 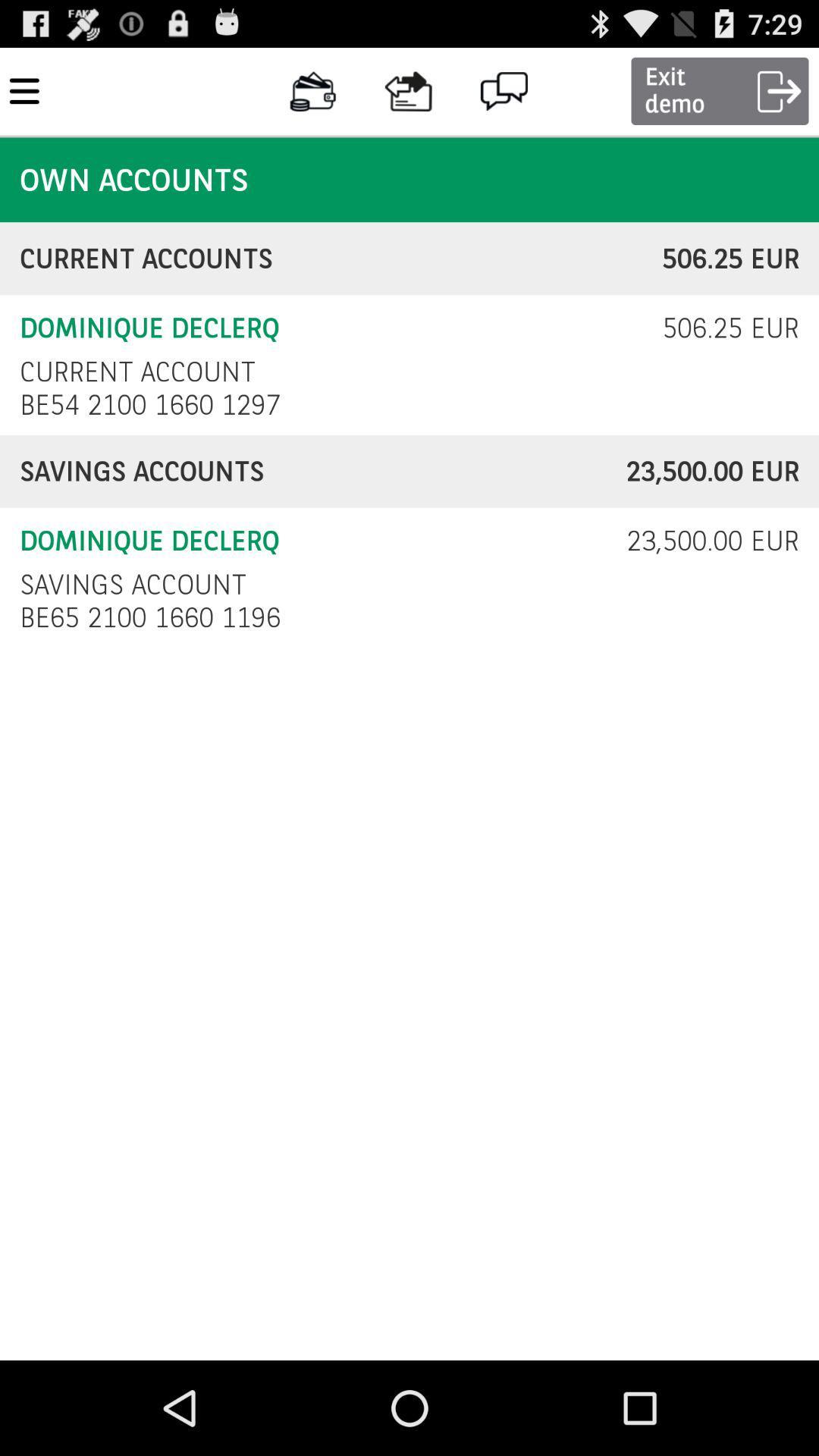 What do you see at coordinates (154, 617) in the screenshot?
I see `the icon below savings account` at bounding box center [154, 617].